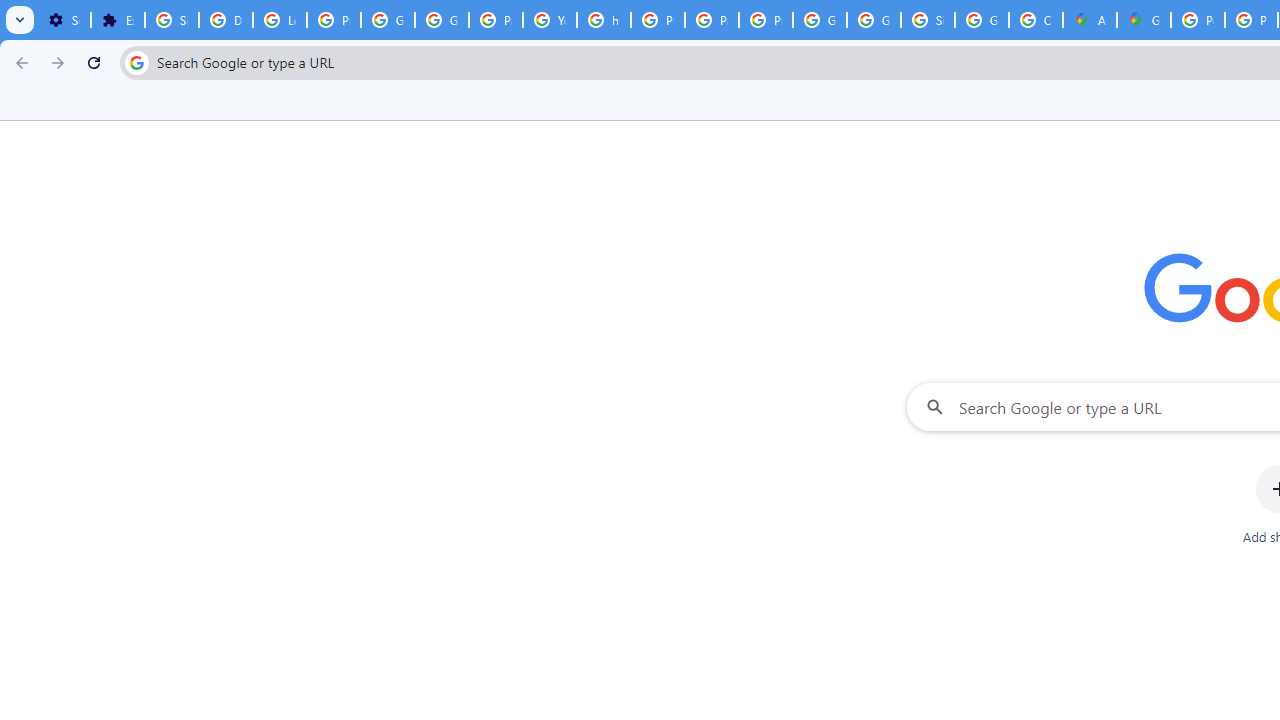  I want to click on 'Settings - On startup', so click(64, 20).